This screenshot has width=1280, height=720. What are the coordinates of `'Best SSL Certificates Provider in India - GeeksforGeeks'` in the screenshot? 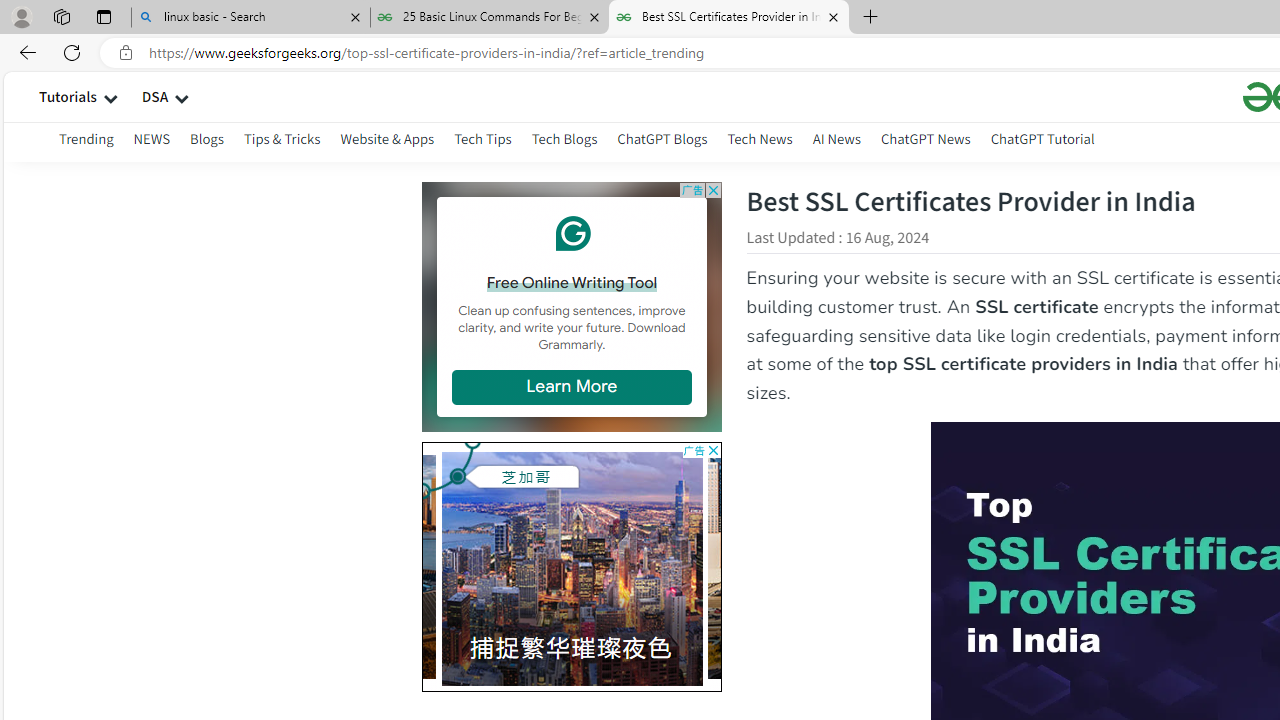 It's located at (728, 17).